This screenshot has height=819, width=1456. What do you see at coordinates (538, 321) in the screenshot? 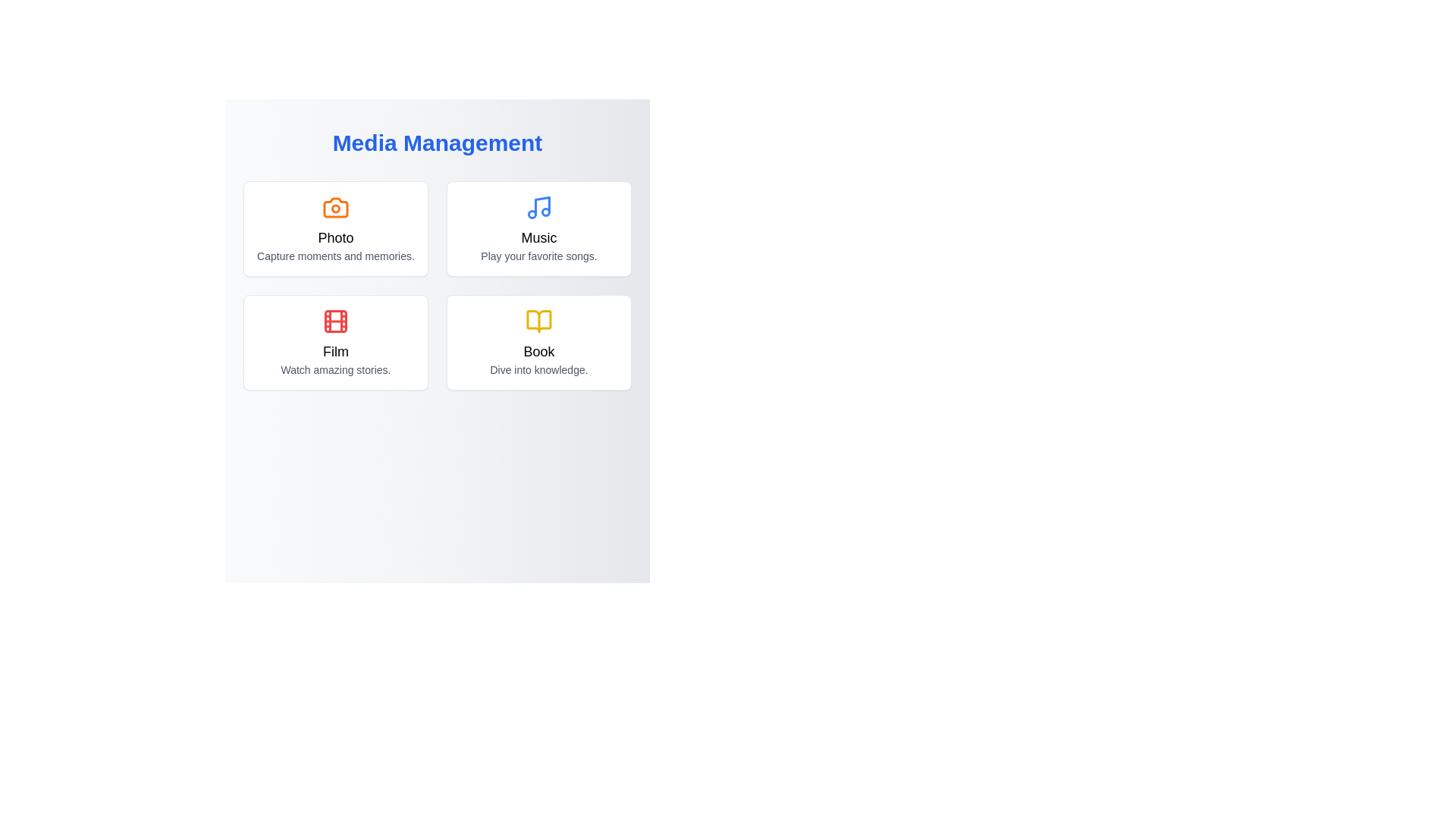
I see `the decorative 'Book' iconography element located in the bottom-right quadrant of the main panel, above the 'Book' label and description text` at bounding box center [538, 321].